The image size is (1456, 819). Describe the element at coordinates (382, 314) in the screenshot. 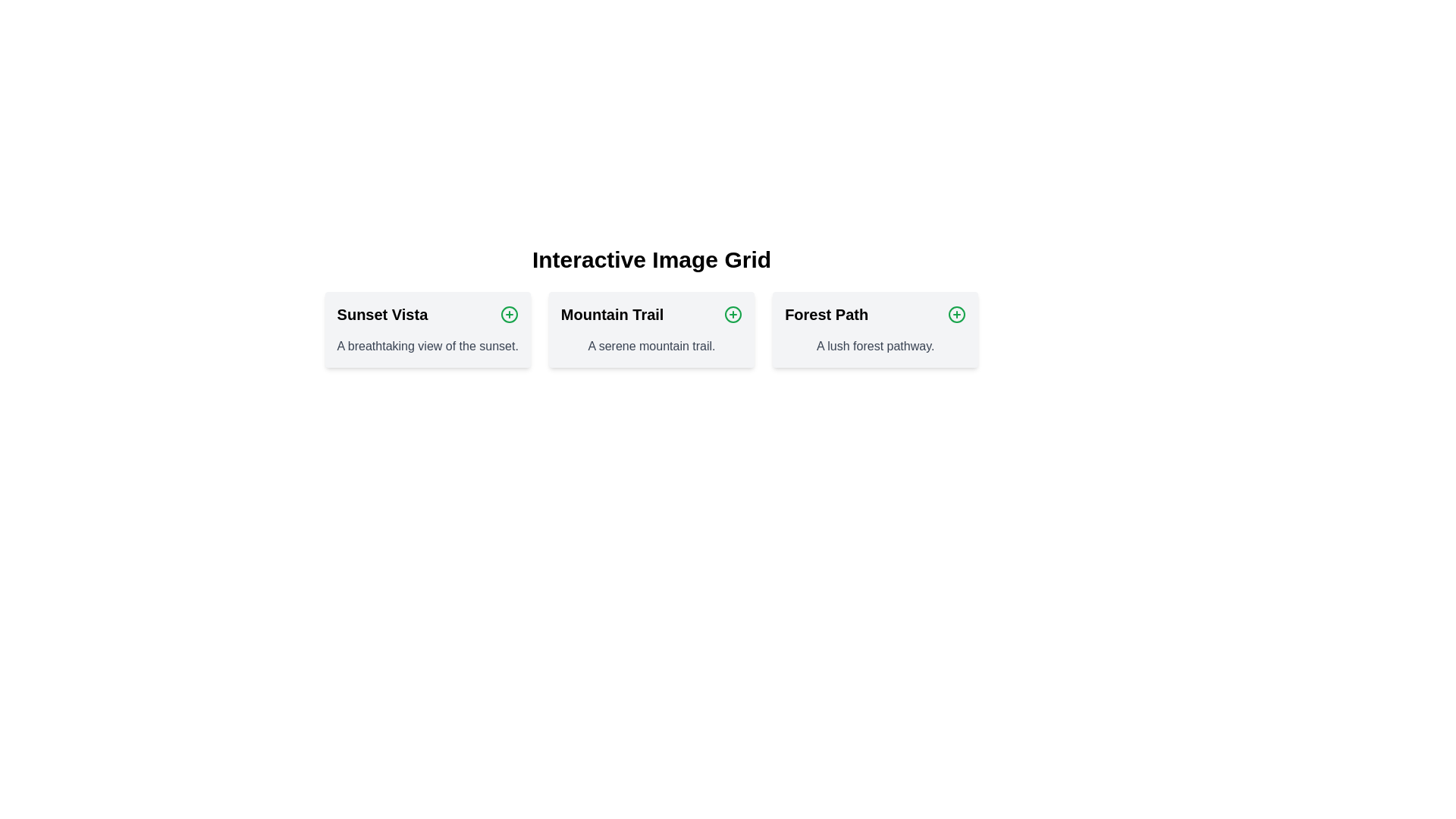

I see `Text Label that serves as the title for the first tile, positioned at the top-left section above descriptive text and to the left of the '+' icon` at that location.